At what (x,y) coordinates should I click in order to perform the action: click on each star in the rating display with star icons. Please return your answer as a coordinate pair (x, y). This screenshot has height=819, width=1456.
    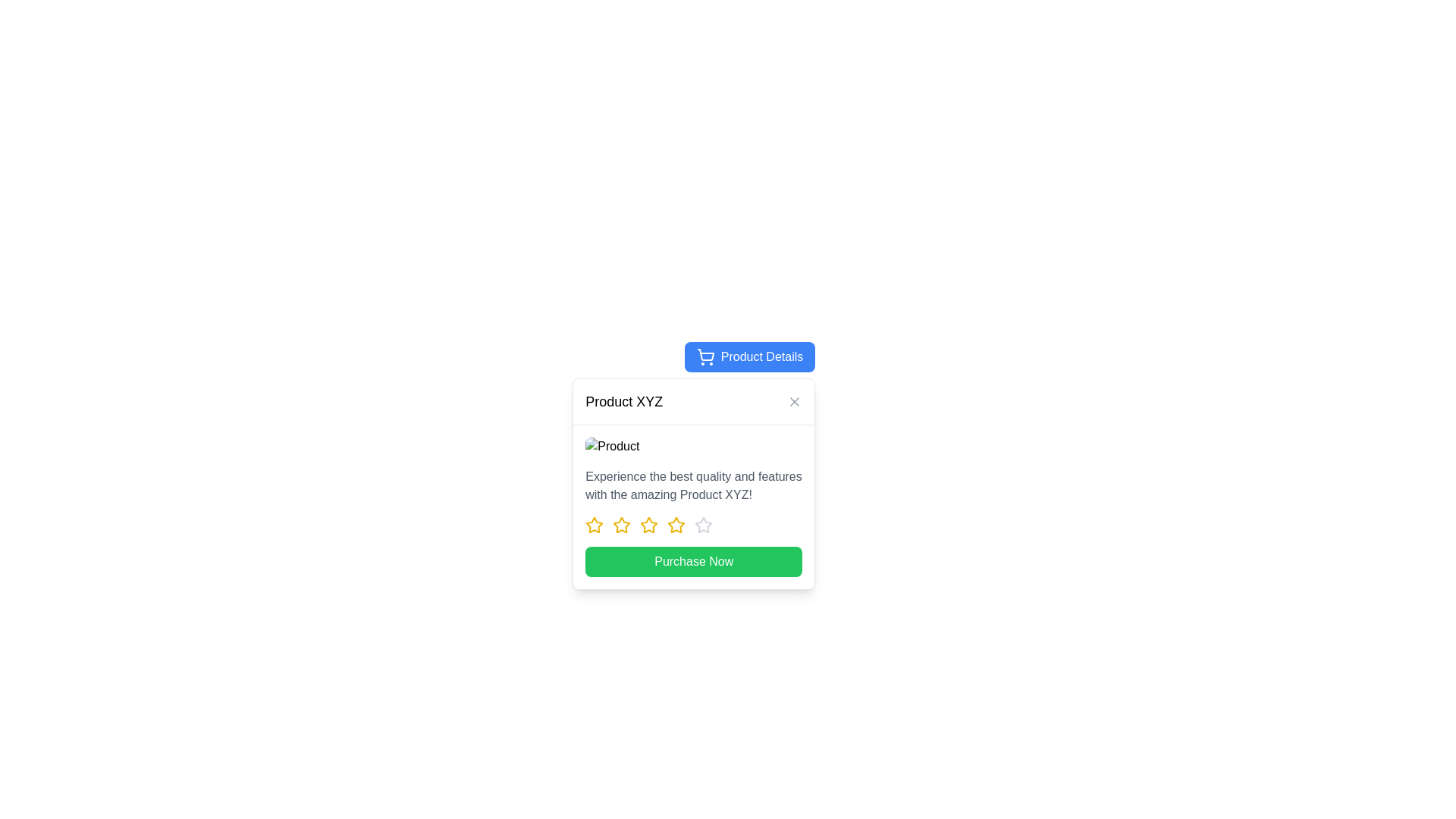
    Looking at the image, I should click on (693, 525).